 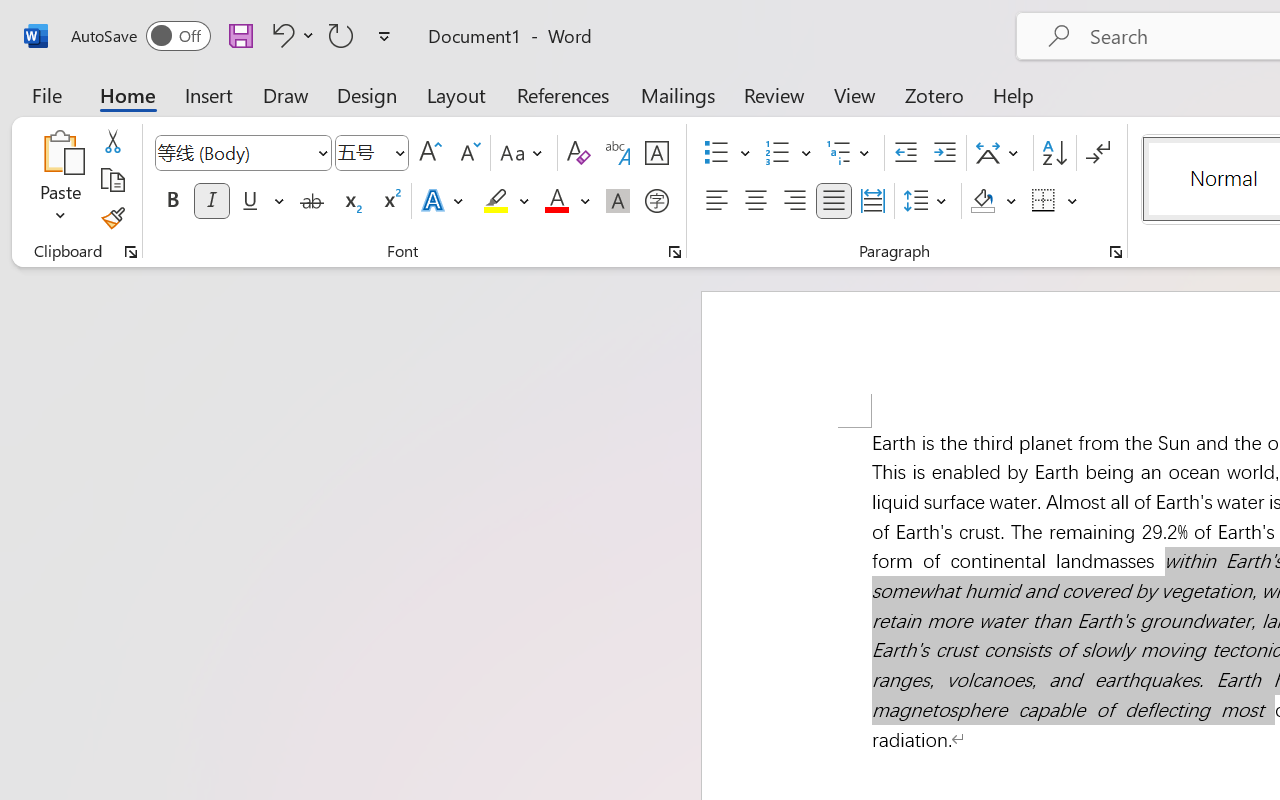 I want to click on 'Distributed', so click(x=872, y=201).